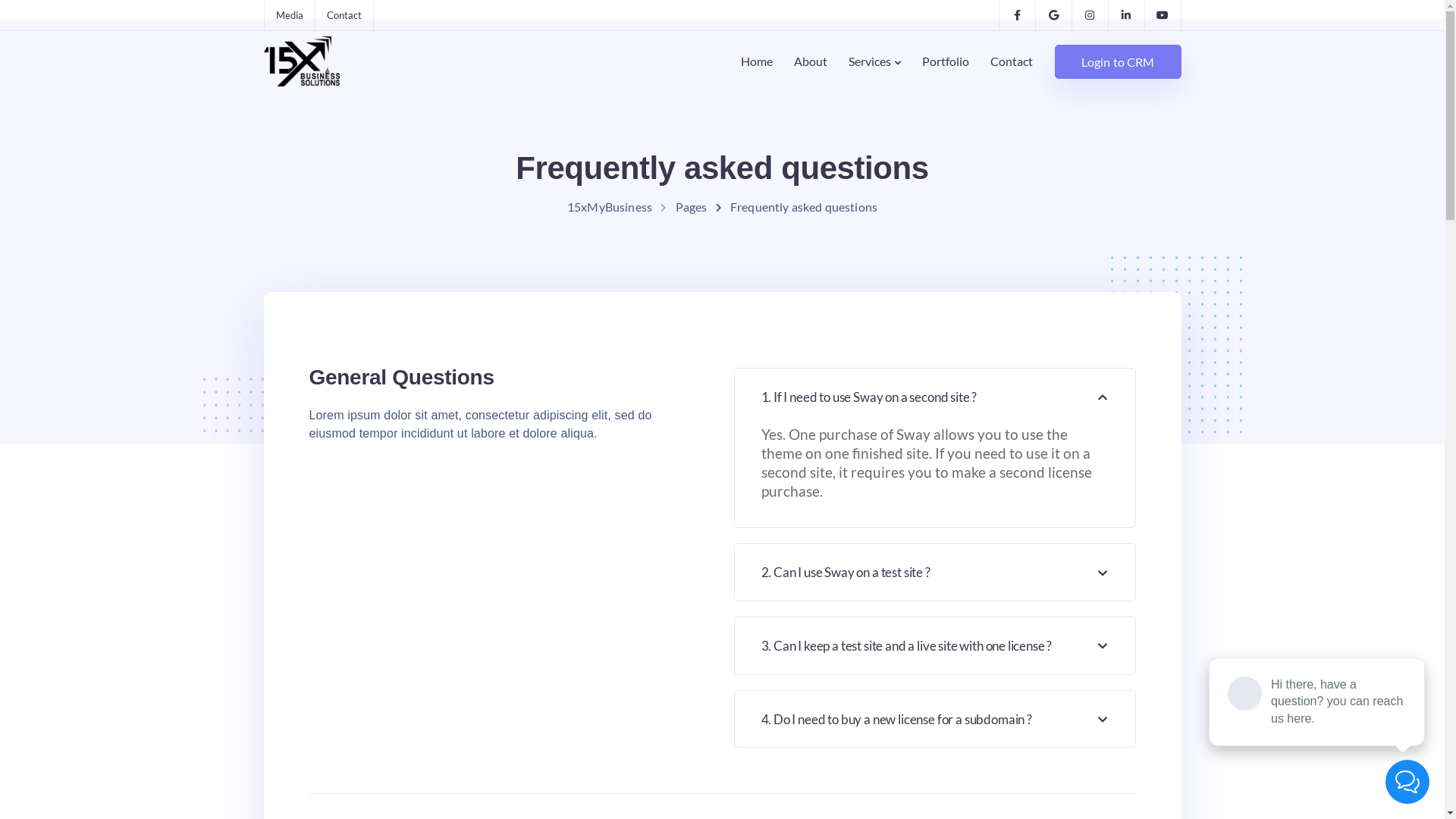 The height and width of the screenshot is (819, 1456). What do you see at coordinates (662, 526) in the screenshot?
I see `'Careers'` at bounding box center [662, 526].